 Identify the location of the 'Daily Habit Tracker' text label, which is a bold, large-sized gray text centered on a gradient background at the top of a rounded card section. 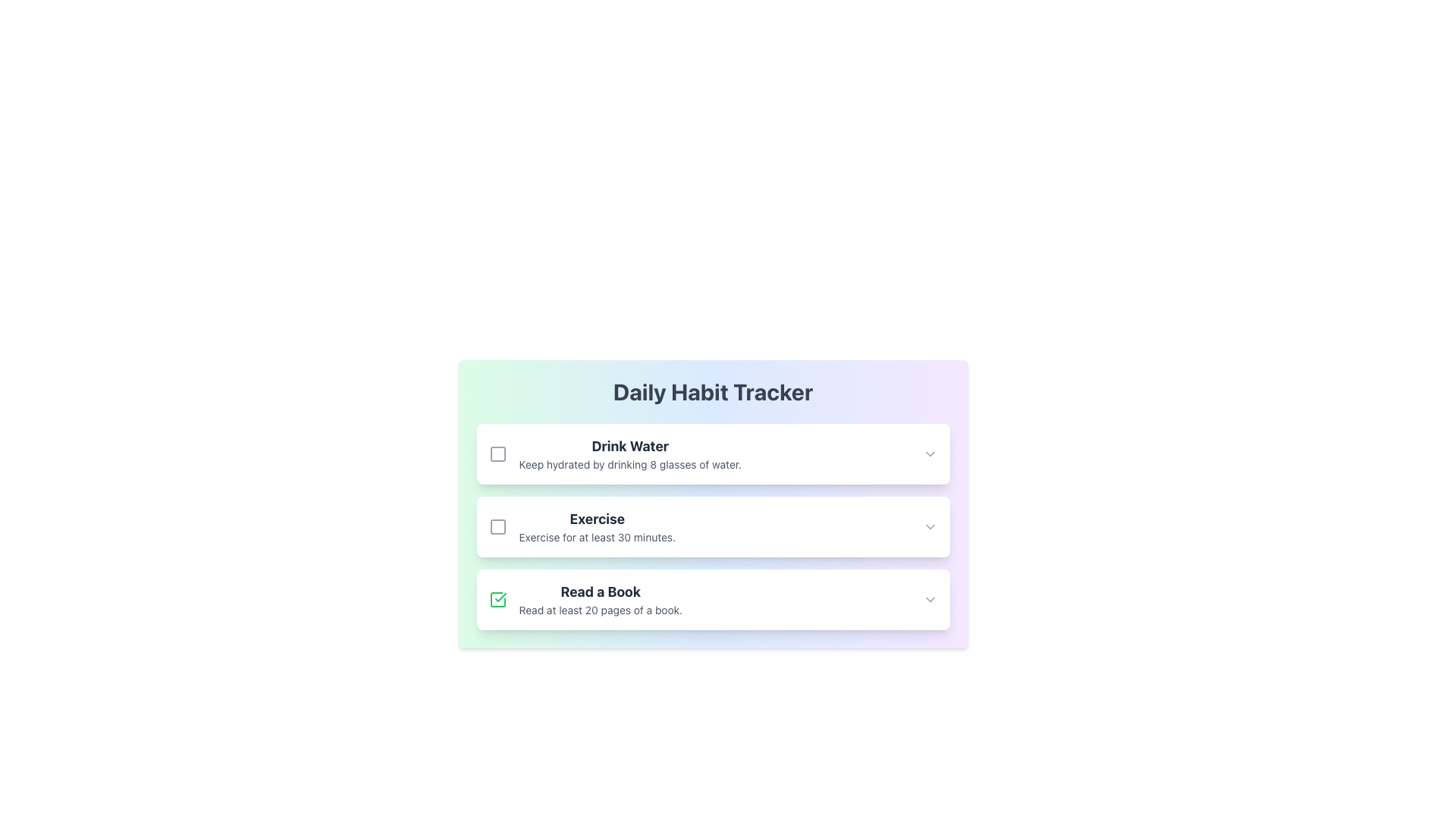
(712, 391).